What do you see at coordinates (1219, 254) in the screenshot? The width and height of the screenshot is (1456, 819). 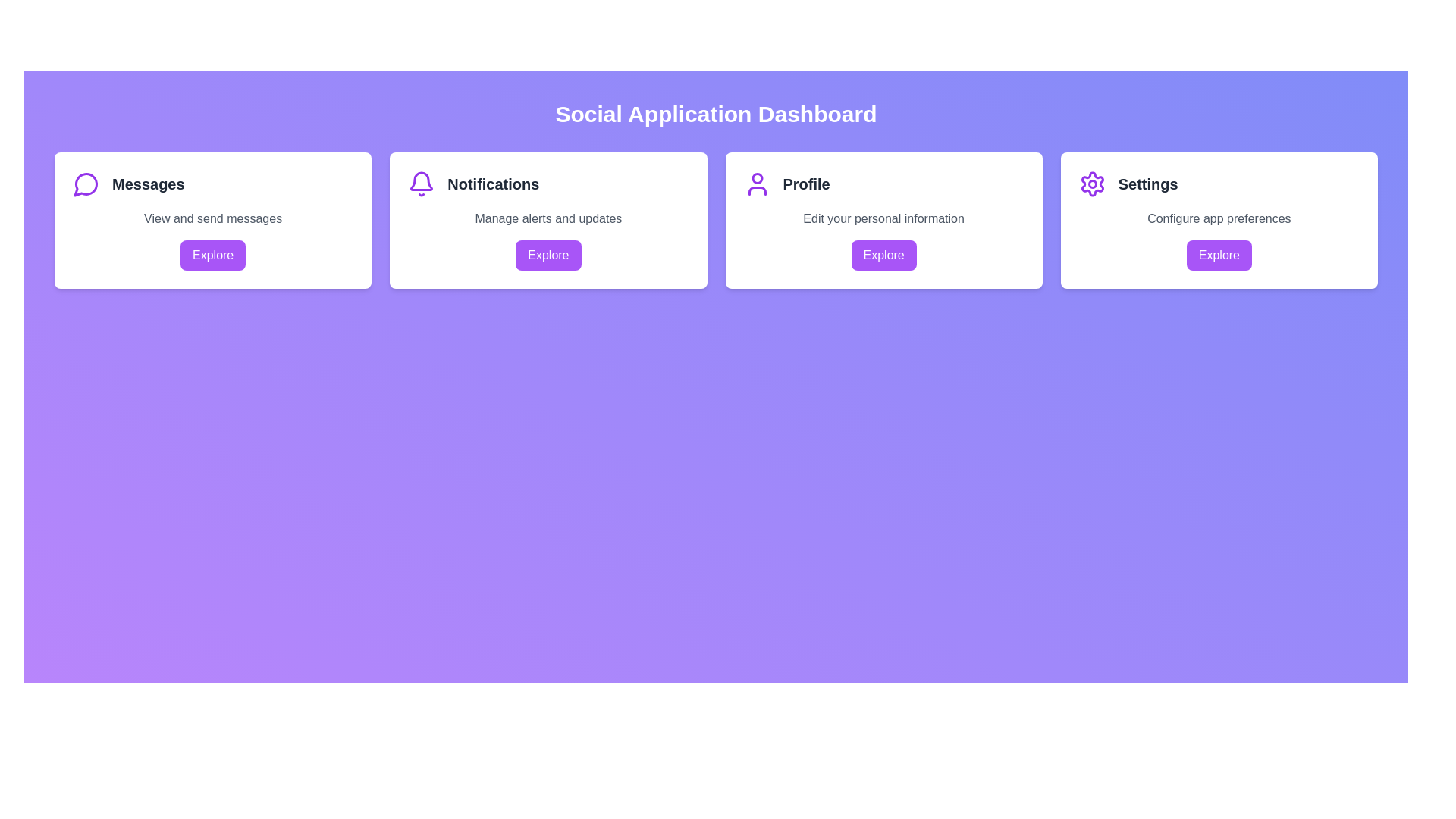 I see `the 'Explore' button with a purple background located at the bottom of the 'Settings' card` at bounding box center [1219, 254].